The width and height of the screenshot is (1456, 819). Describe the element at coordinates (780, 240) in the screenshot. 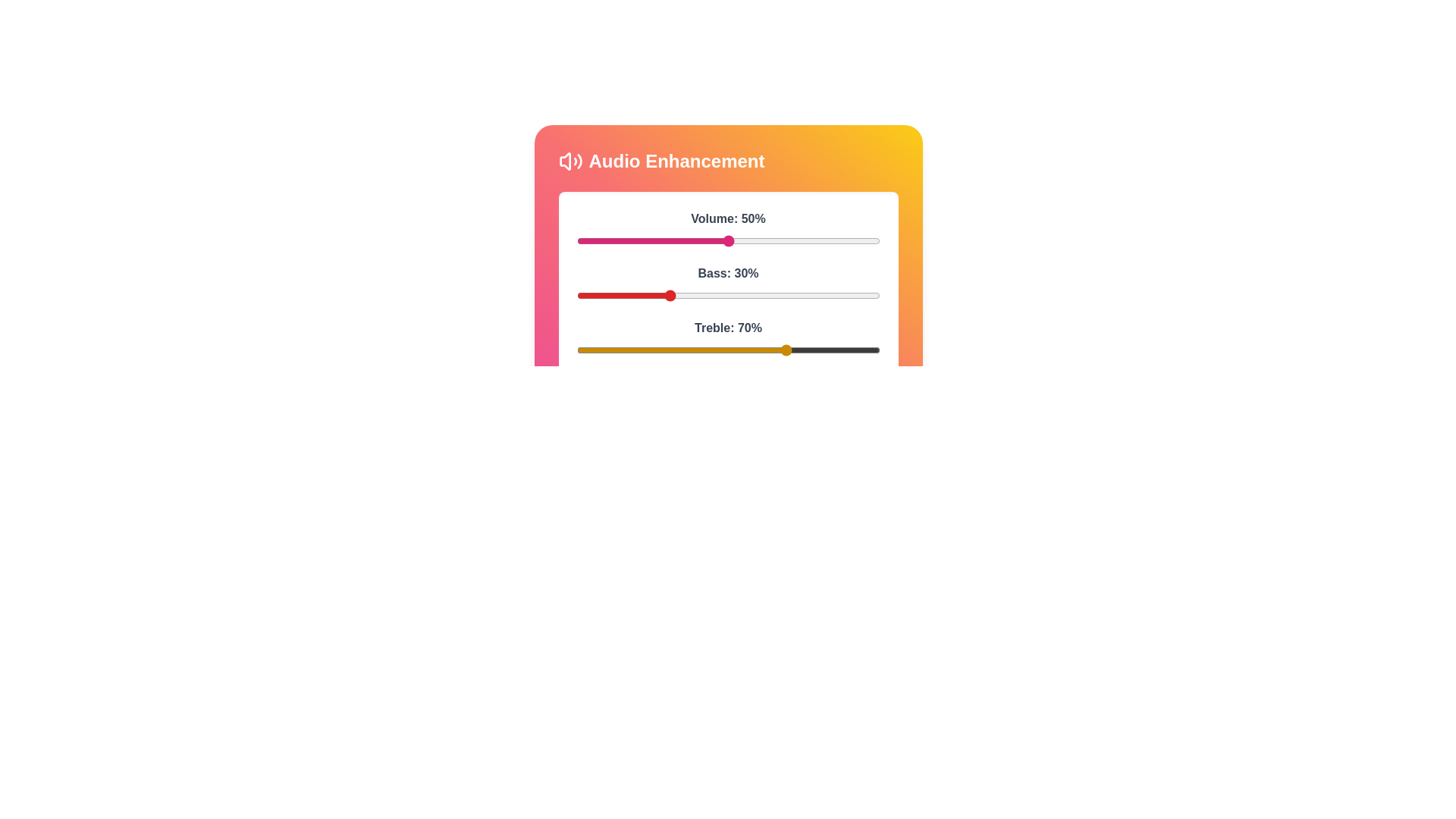

I see `the volume` at that location.